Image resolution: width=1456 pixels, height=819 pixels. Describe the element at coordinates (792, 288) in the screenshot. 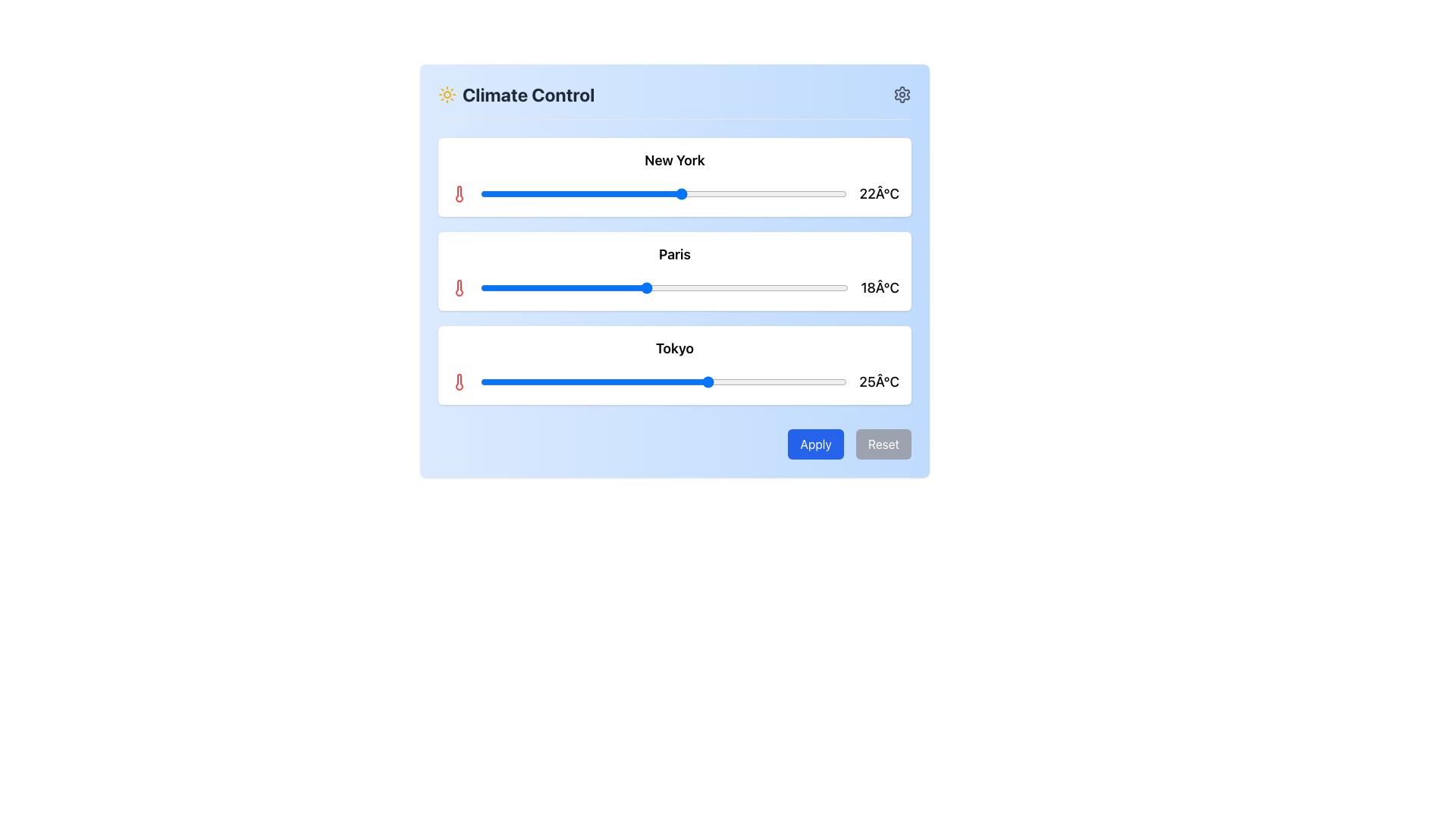

I see `the Paris temperature slider` at that location.